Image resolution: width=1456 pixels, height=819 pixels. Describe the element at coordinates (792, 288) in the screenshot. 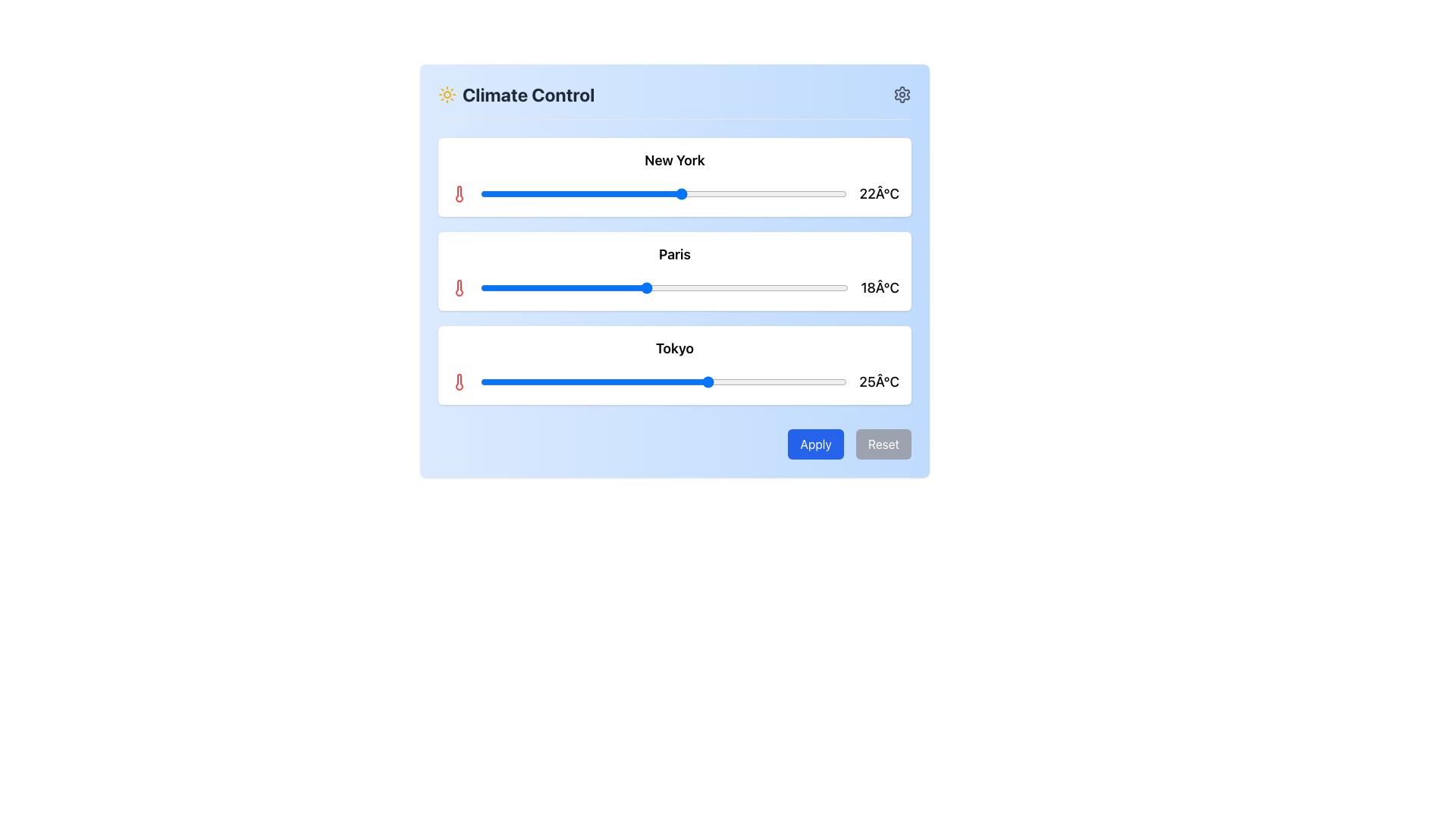

I see `the Paris temperature slider` at that location.